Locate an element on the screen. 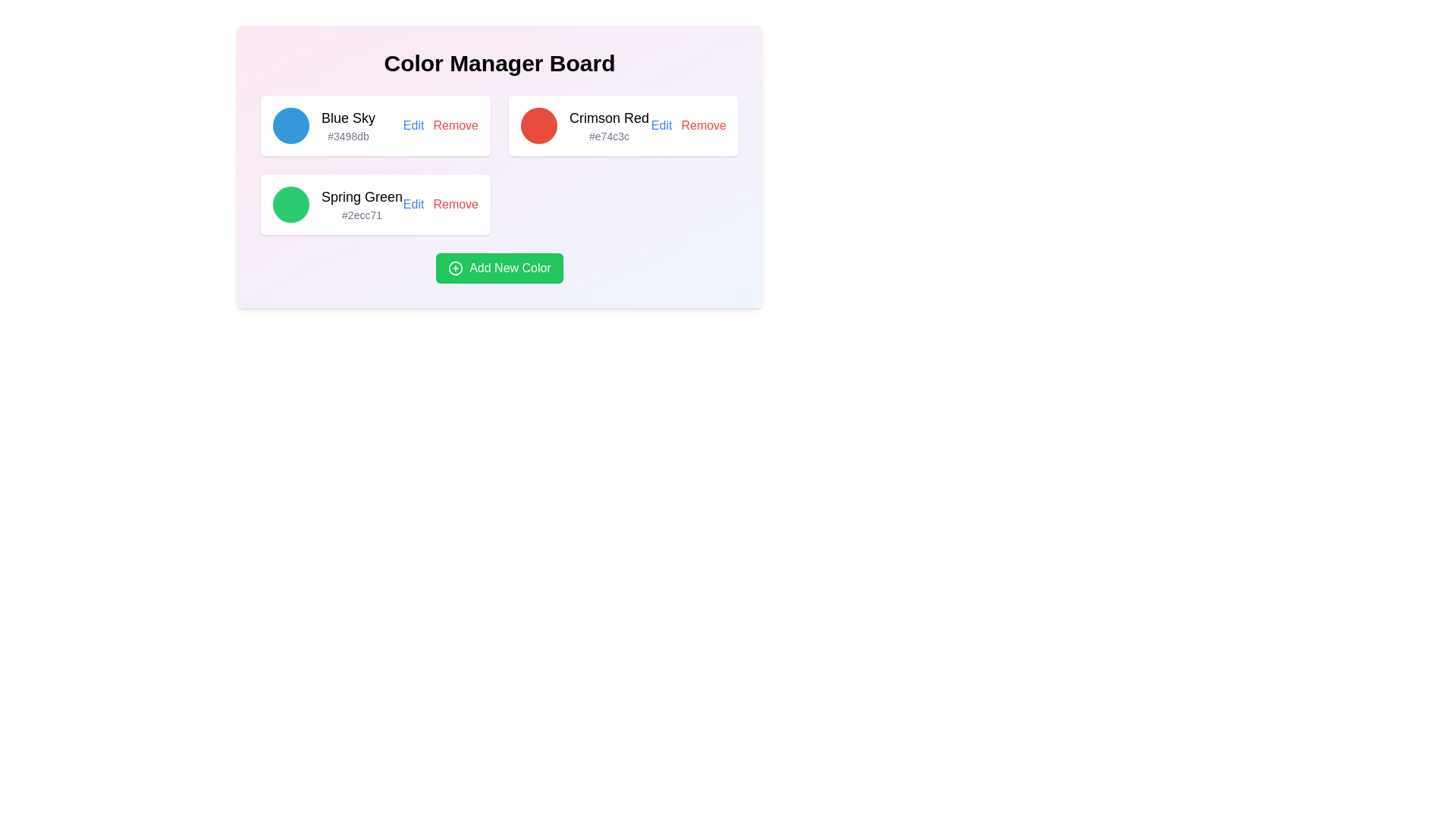 This screenshot has width=1456, height=819. the first interactive link is located at coordinates (413, 124).